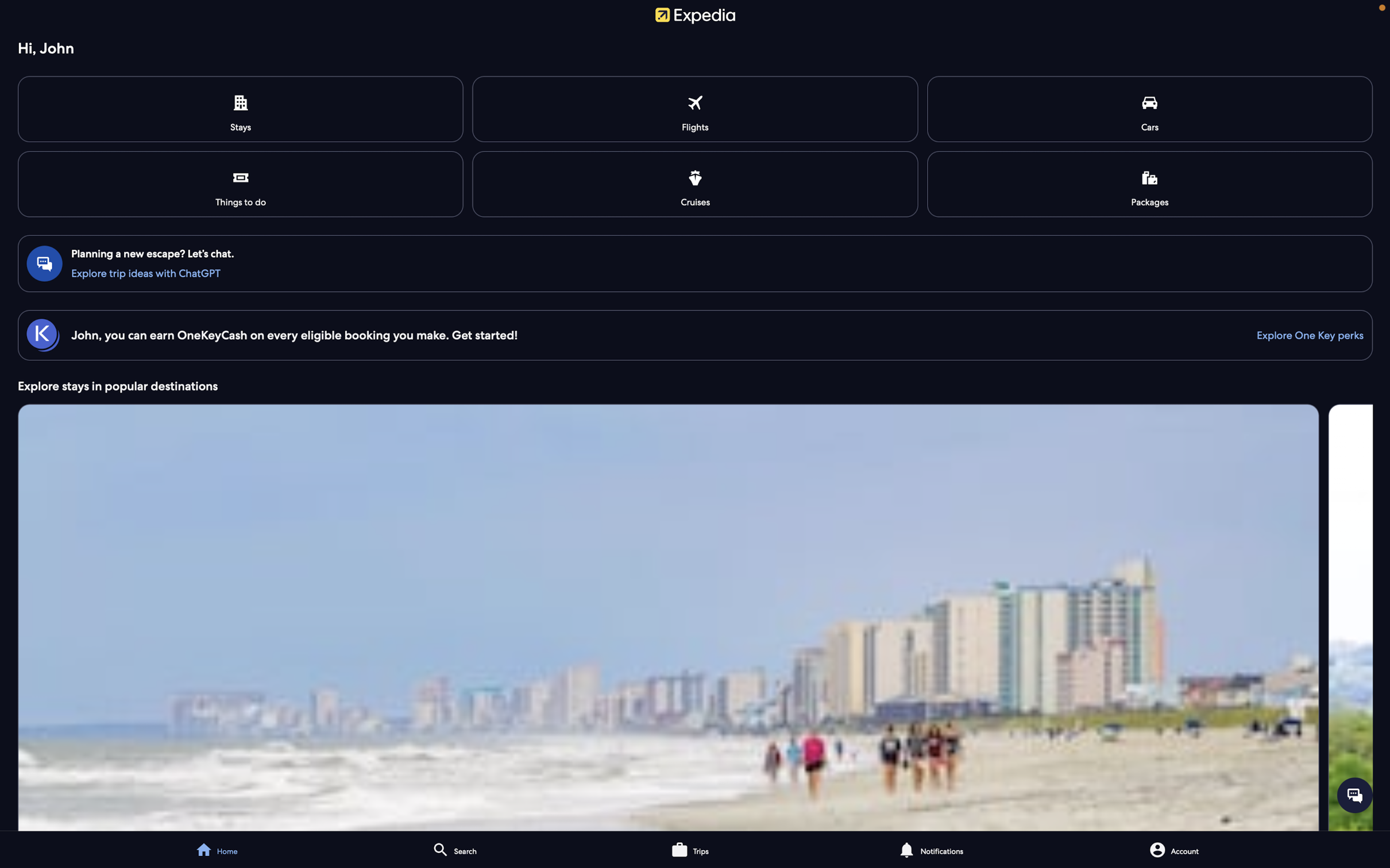  Describe the element at coordinates (696, 272) in the screenshot. I see `the ChatGPT module` at that location.